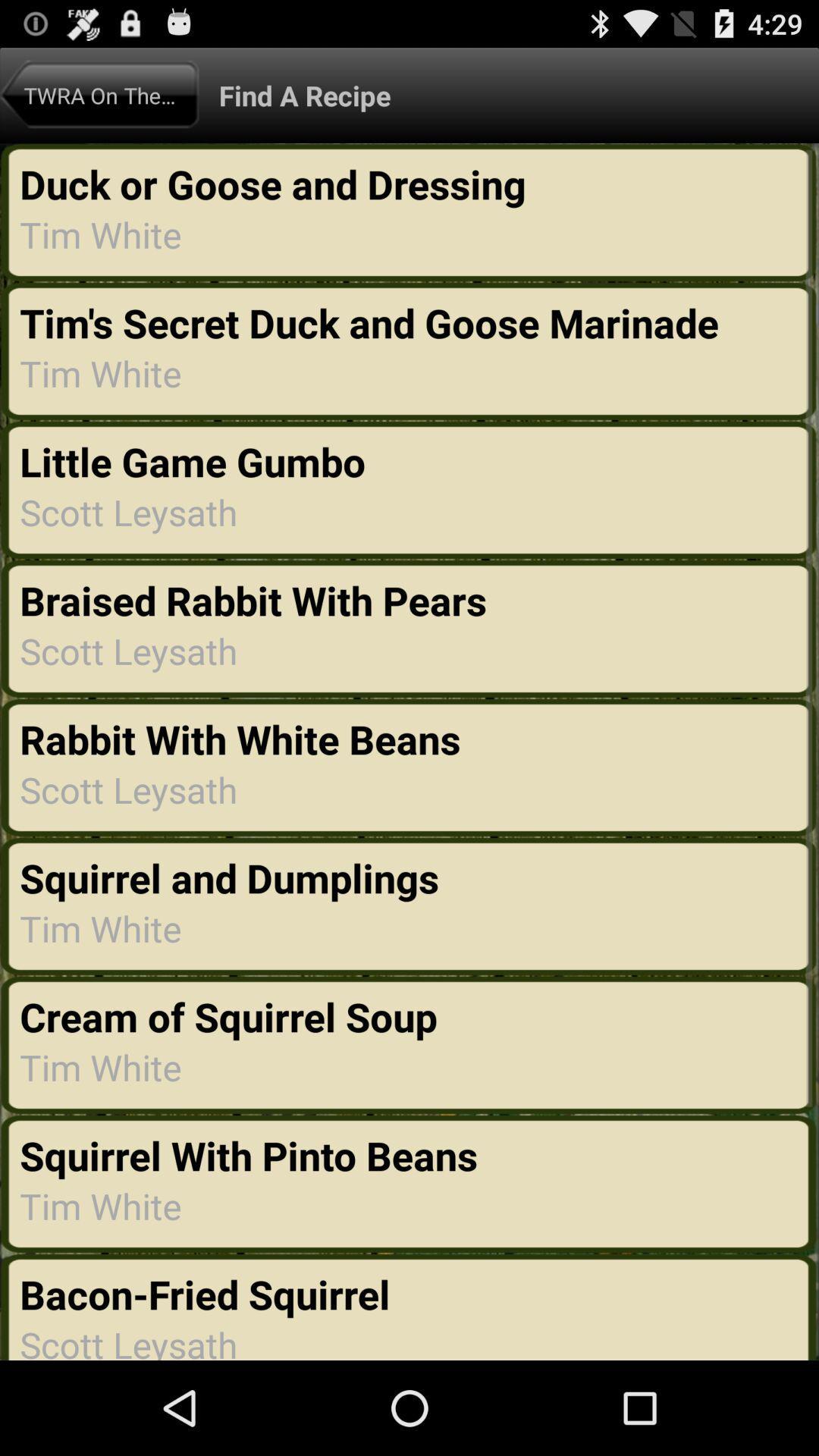  I want to click on tim s secret app, so click(374, 322).